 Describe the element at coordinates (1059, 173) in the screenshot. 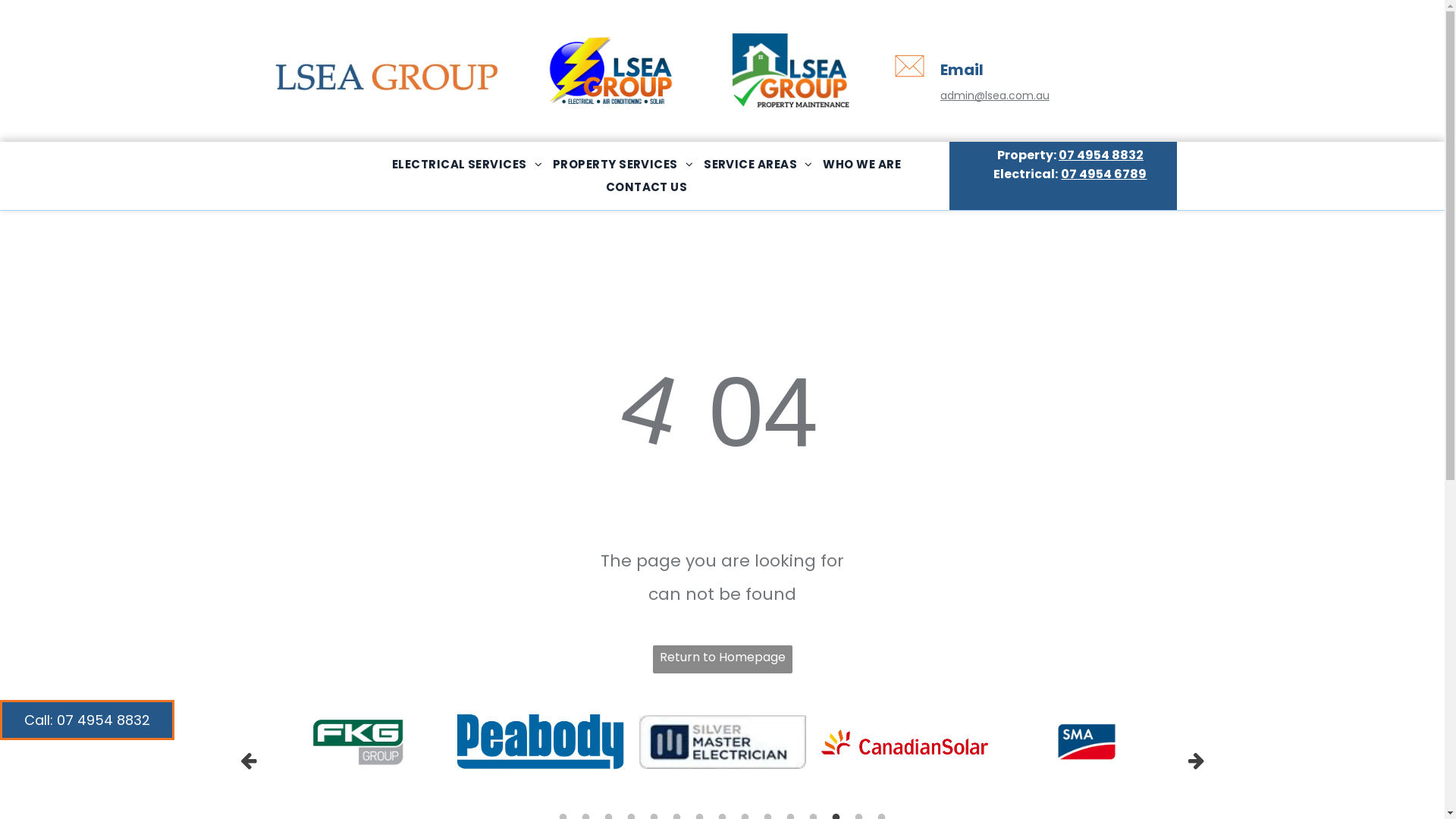

I see `'07 4954 6789'` at that location.